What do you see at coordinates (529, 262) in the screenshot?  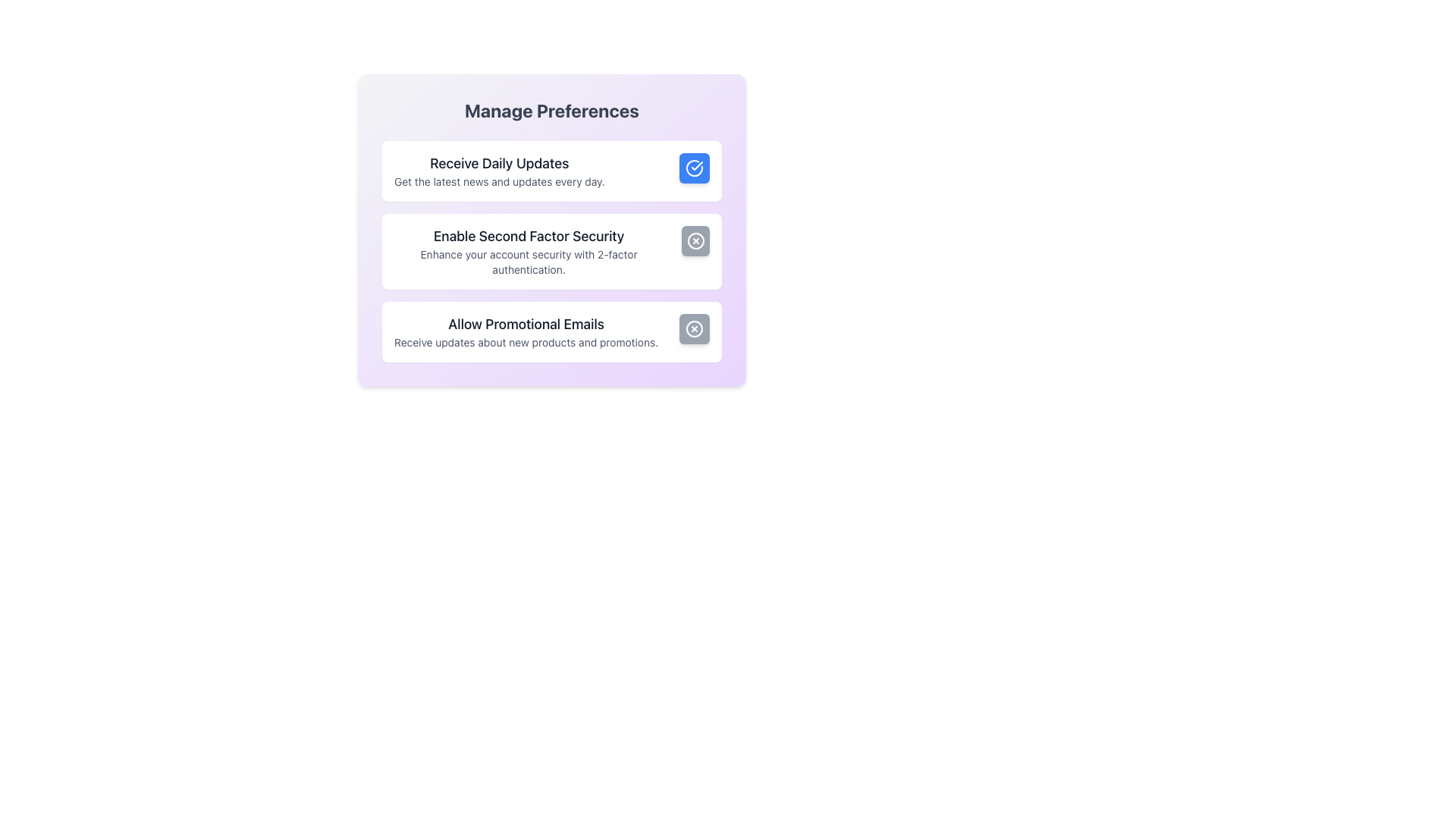 I see `descriptive text element providing context about the 'Enable Second Factor Security' option, located below the title in the 'Manage Preferences' section` at bounding box center [529, 262].